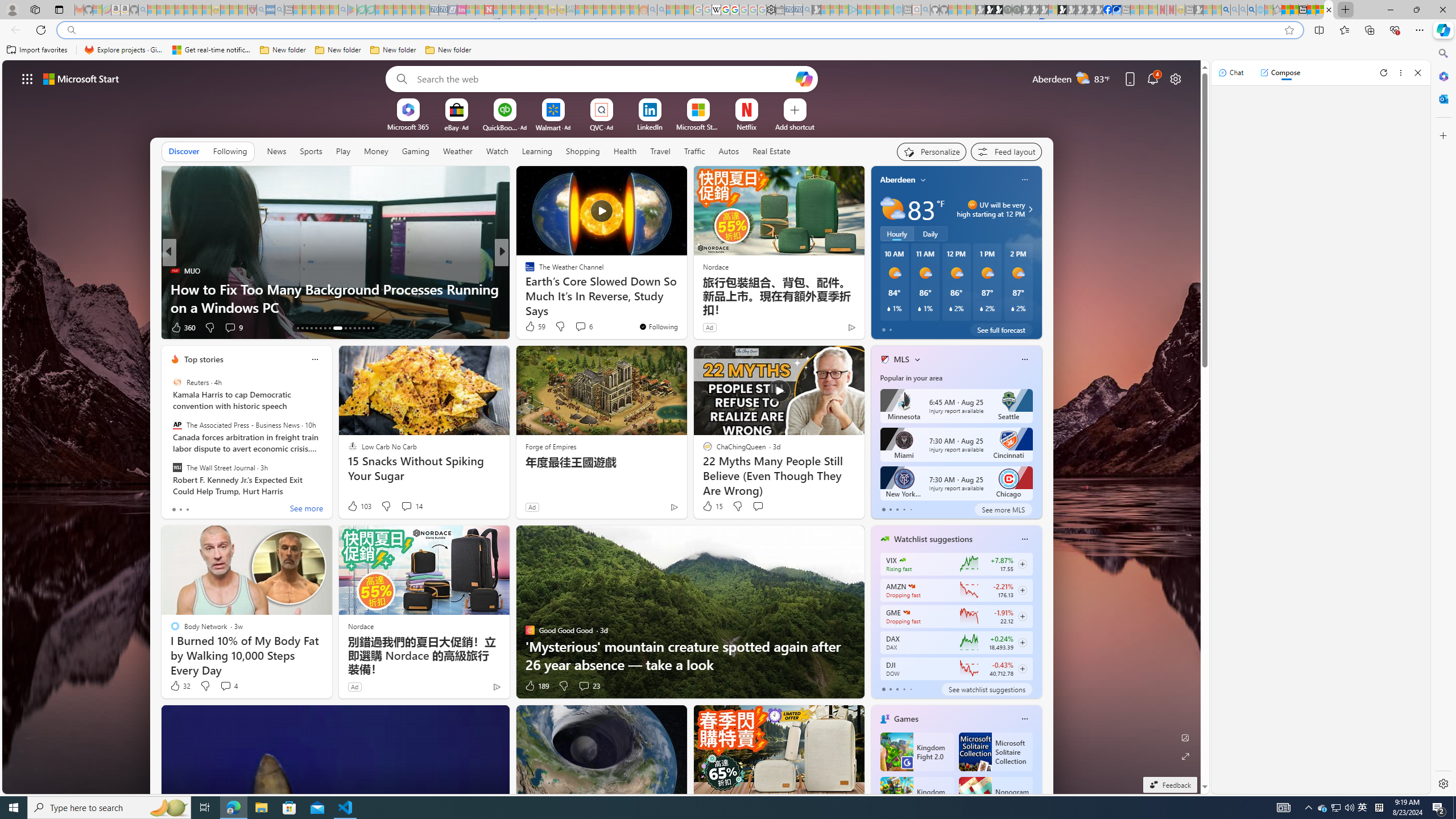  What do you see at coordinates (368, 328) in the screenshot?
I see `'AutomationID: tab-27'` at bounding box center [368, 328].